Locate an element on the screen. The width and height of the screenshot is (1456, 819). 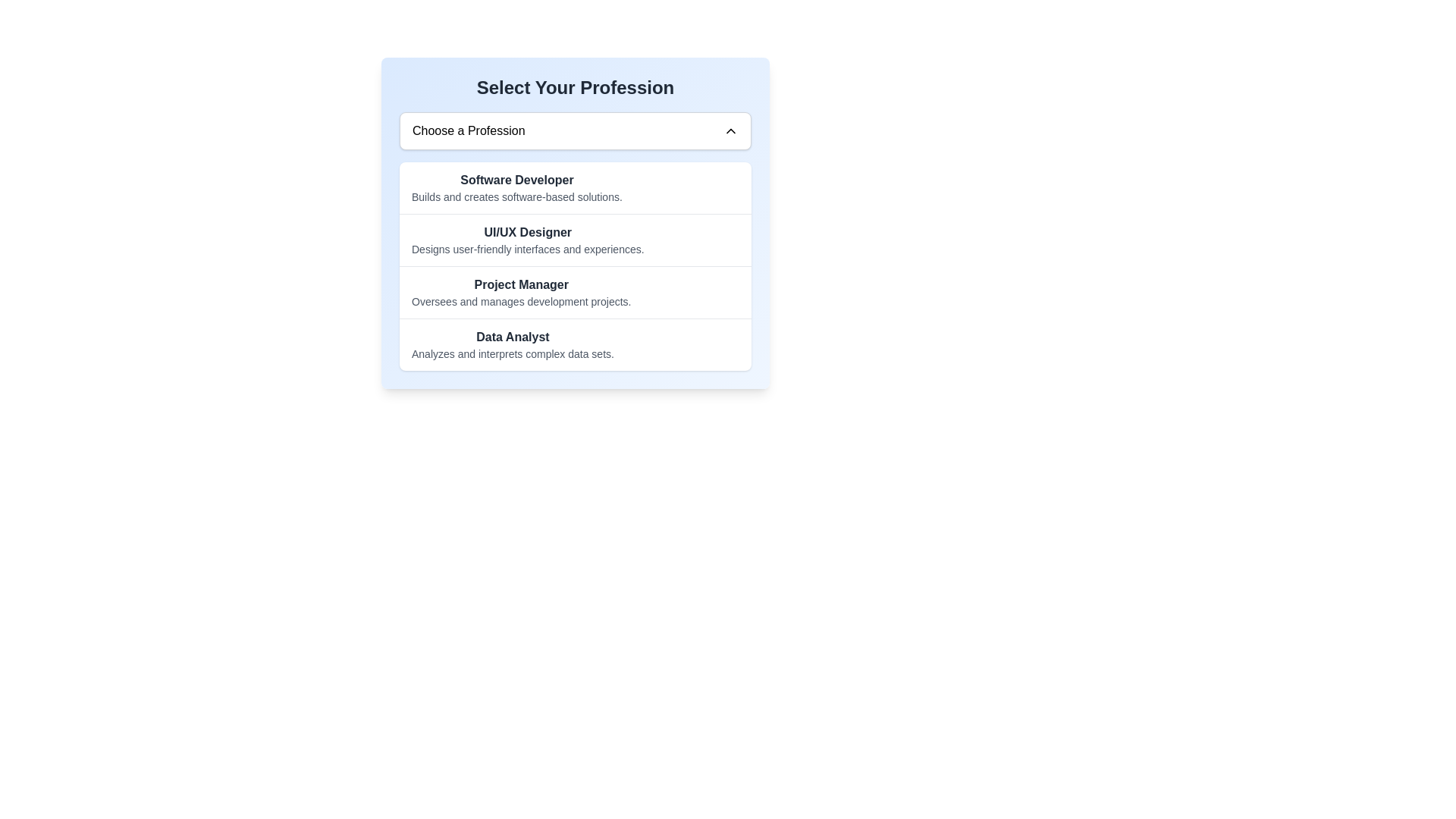
the text element providing a description of the 'Software Developer' profession, located below the 'Software Developer' label in the first row of the list under 'Select Your Profession.' is located at coordinates (516, 196).